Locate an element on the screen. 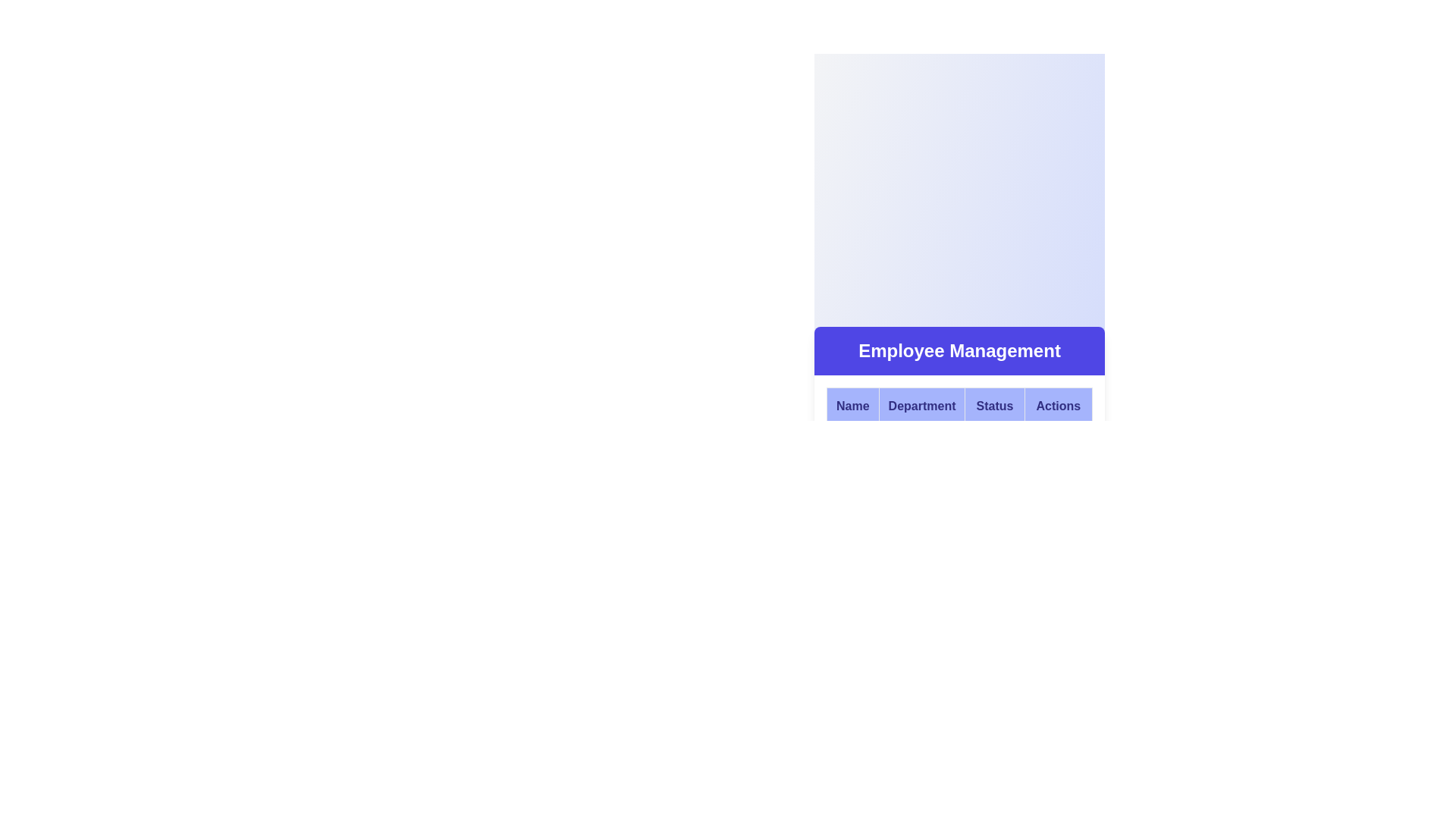 Image resolution: width=1456 pixels, height=819 pixels. the 'Employee Management' text label, which serves as the heading for the current section, located centrally at the top of the interface is located at coordinates (959, 350).